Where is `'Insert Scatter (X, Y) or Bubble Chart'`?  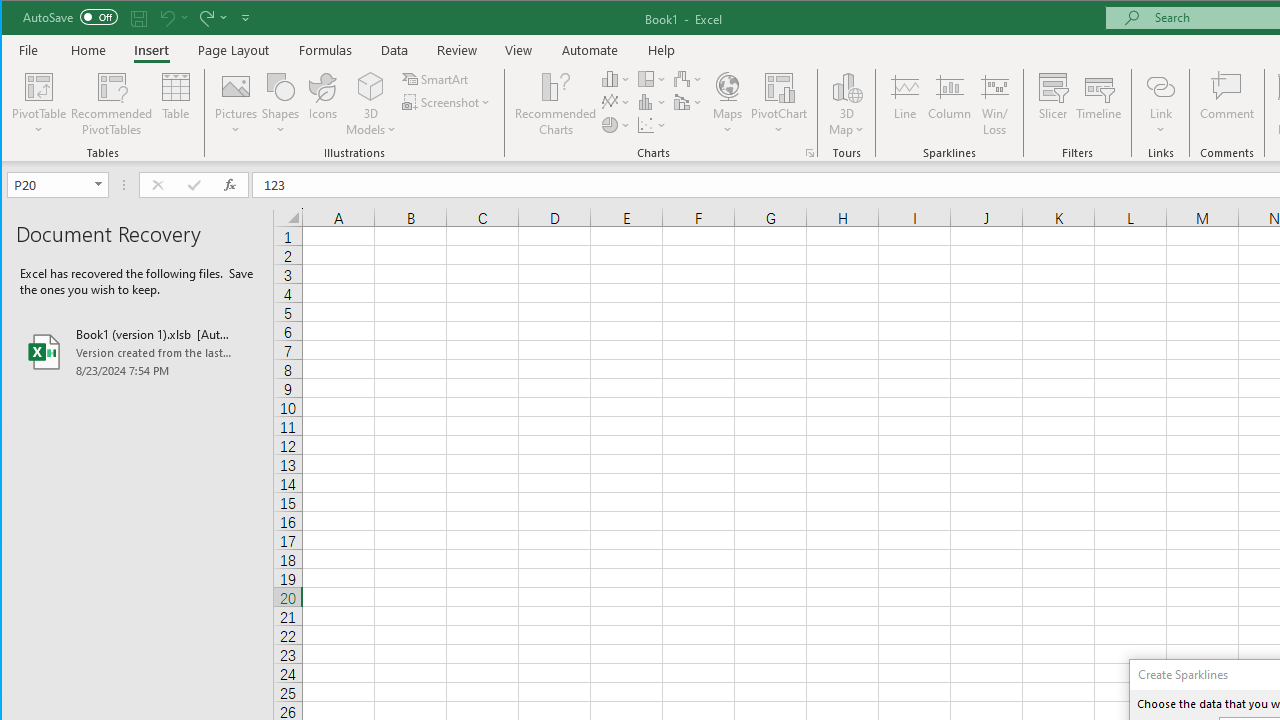 'Insert Scatter (X, Y) or Bubble Chart' is located at coordinates (652, 125).